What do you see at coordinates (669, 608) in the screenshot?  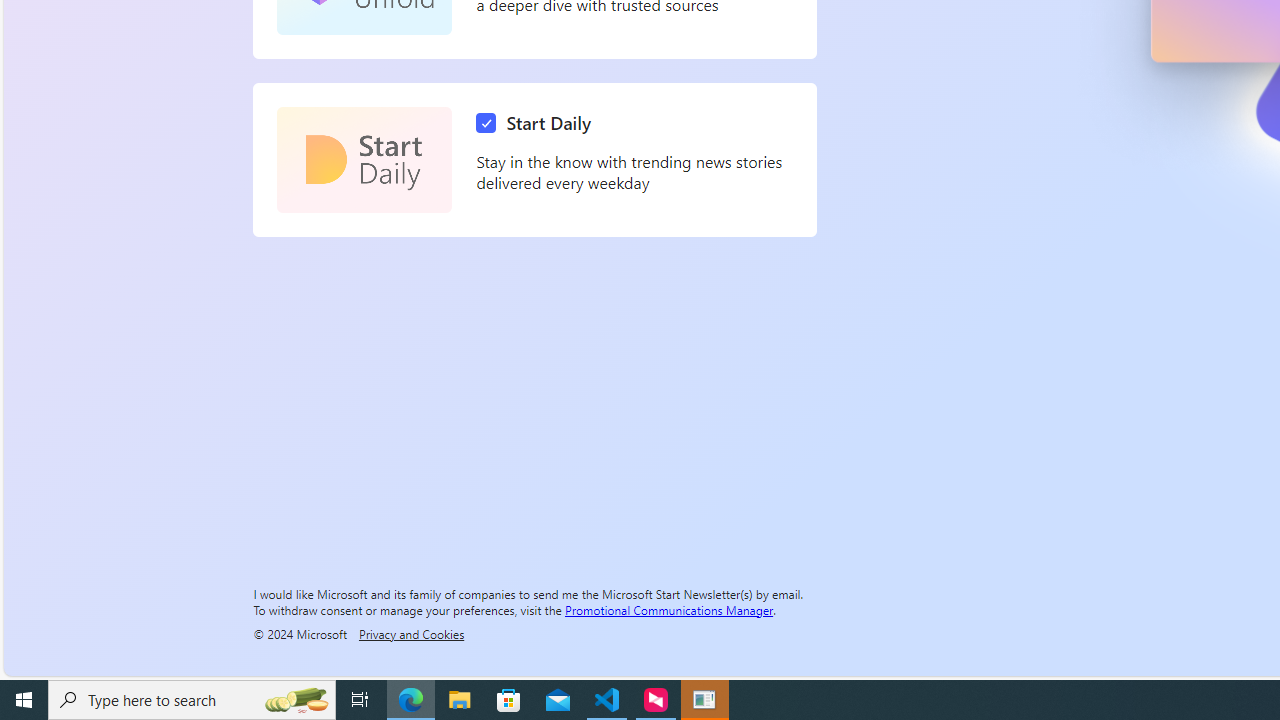 I see `'Promotional Communications Manager'` at bounding box center [669, 608].